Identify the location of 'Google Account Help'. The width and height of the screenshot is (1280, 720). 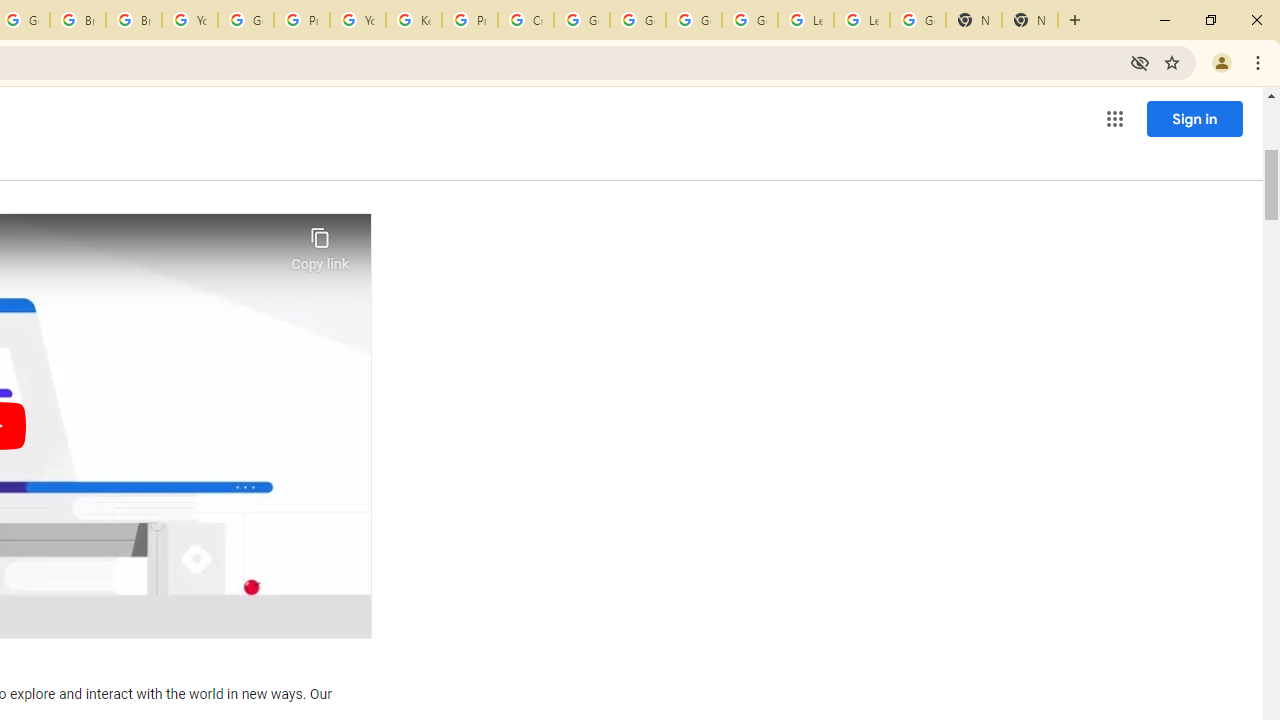
(693, 20).